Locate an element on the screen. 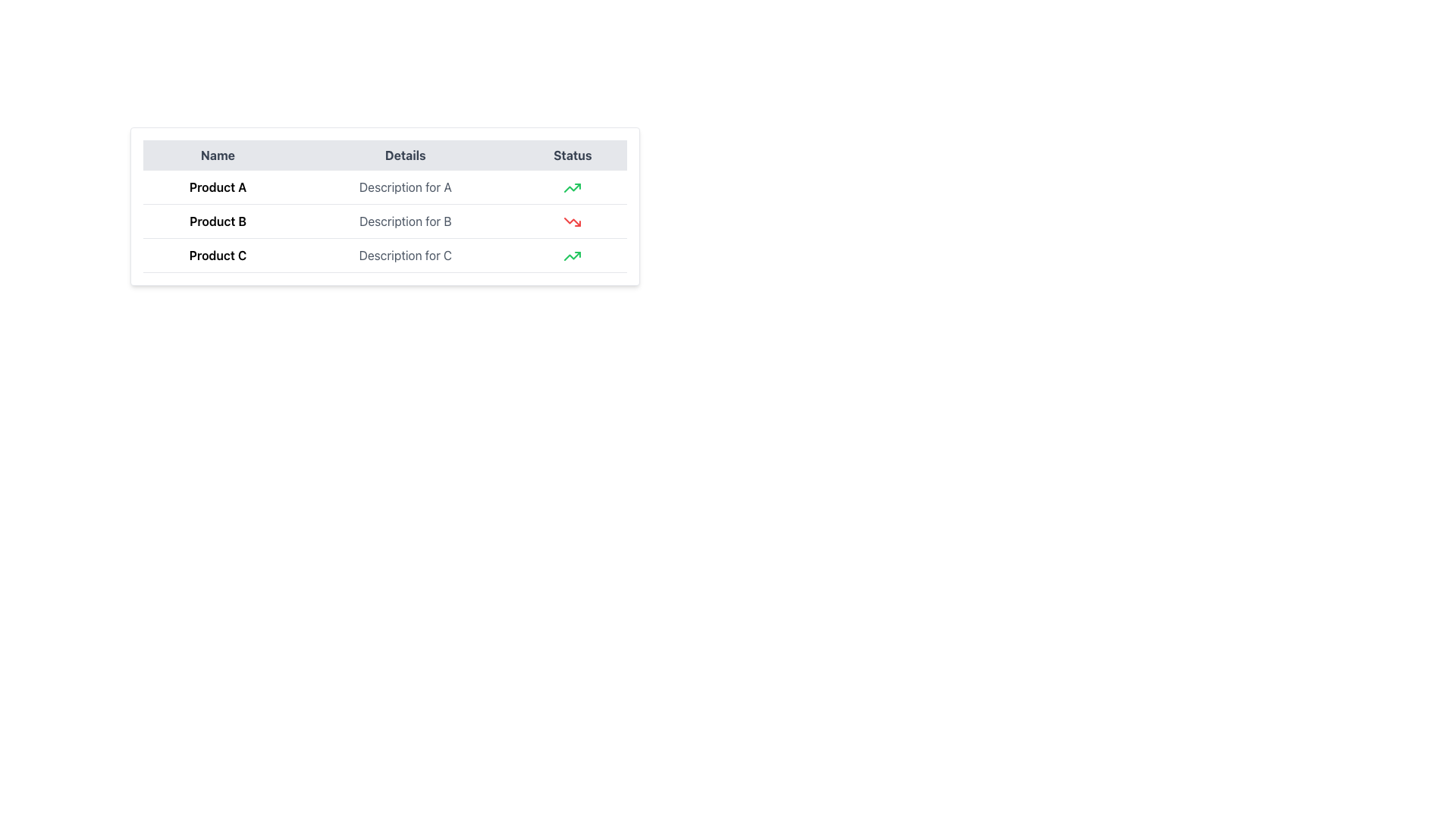  the green upward arrow icon in the 'Status' column, located in the third row of the table, indicating a positive trend for 'Product C' is located at coordinates (572, 187).